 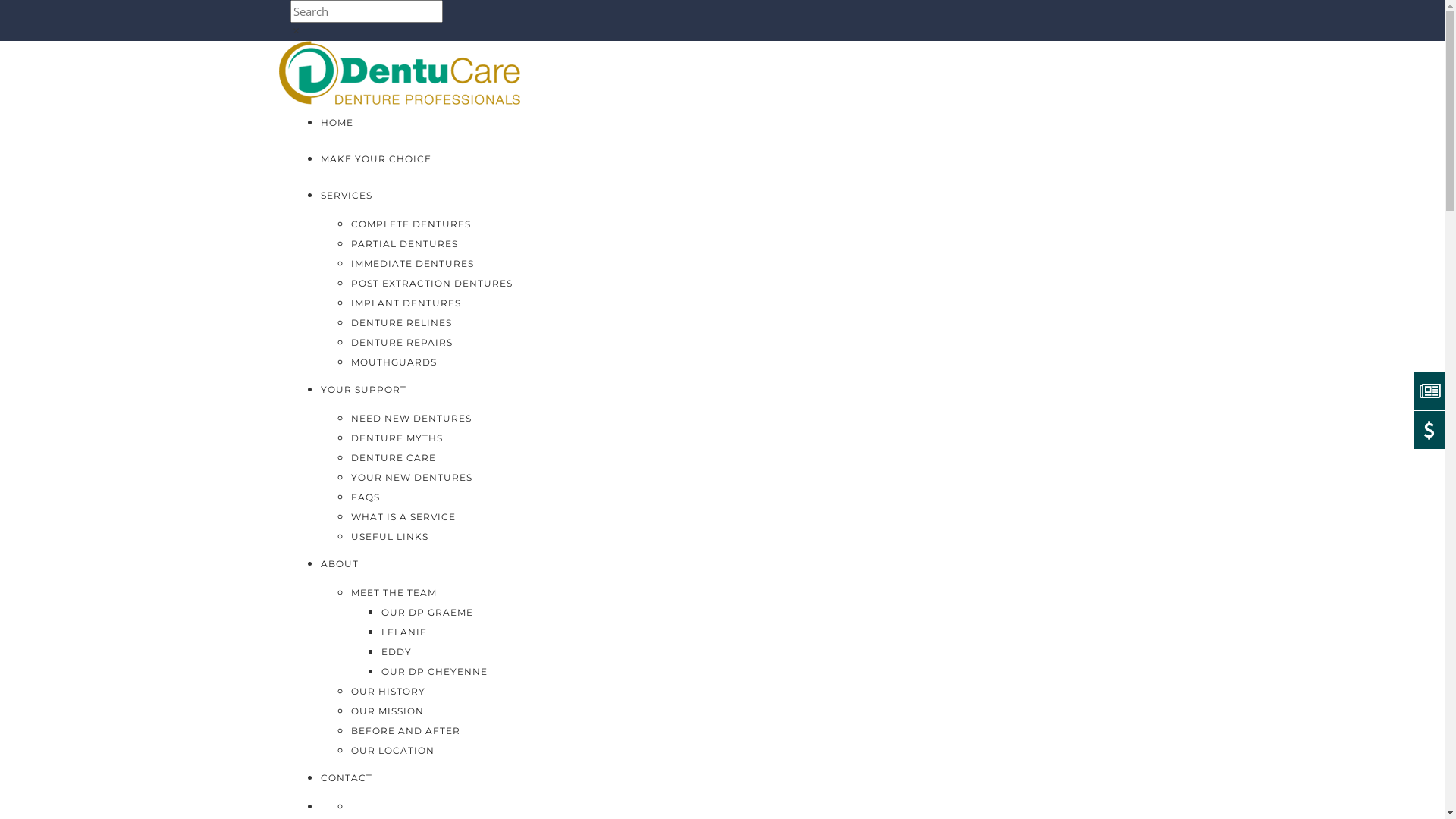 I want to click on 'MAKE YOUR CHOICE', so click(x=375, y=158).